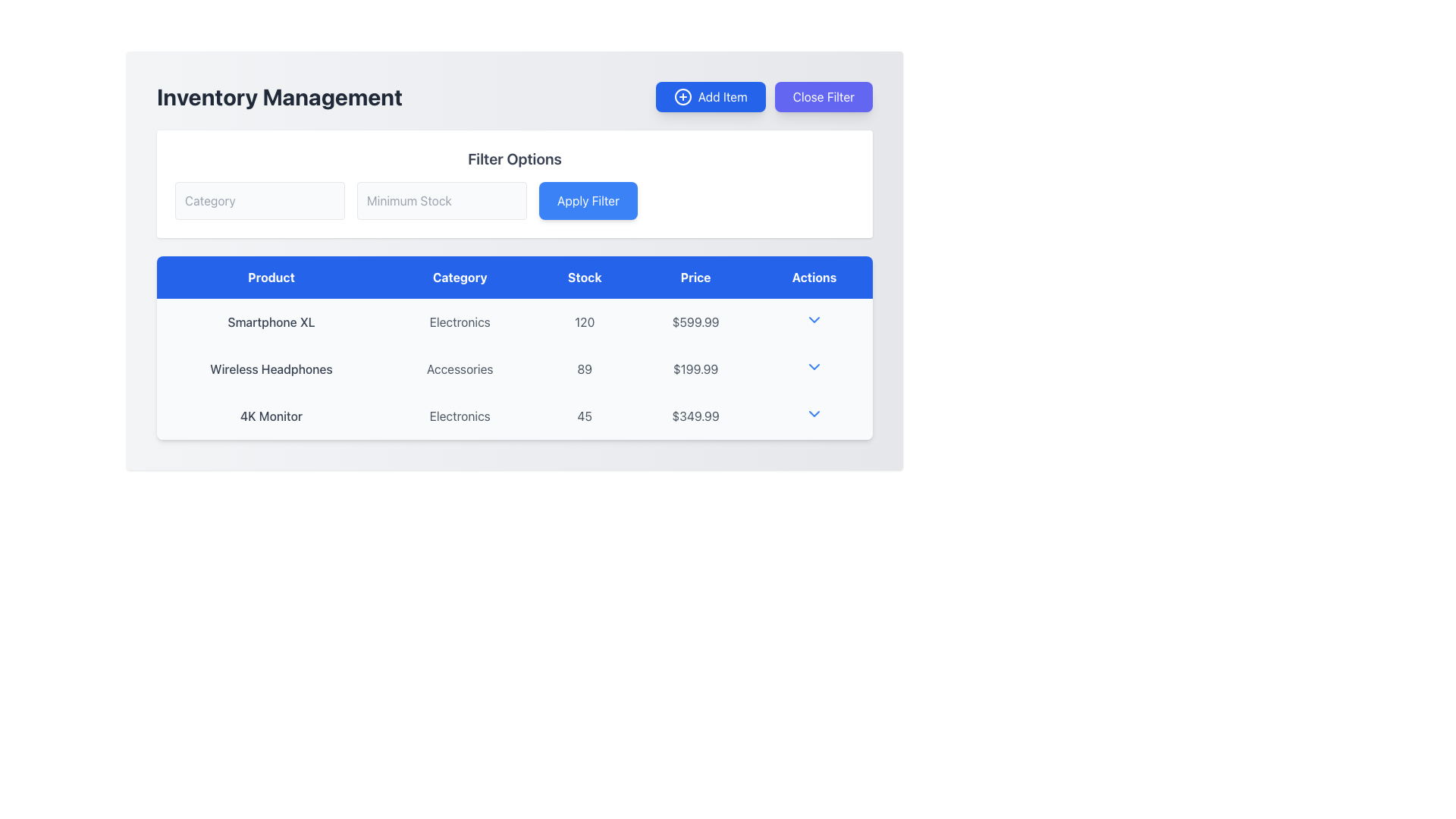 The height and width of the screenshot is (819, 1456). What do you see at coordinates (814, 414) in the screenshot?
I see `the downward-facing arrow icon` at bounding box center [814, 414].